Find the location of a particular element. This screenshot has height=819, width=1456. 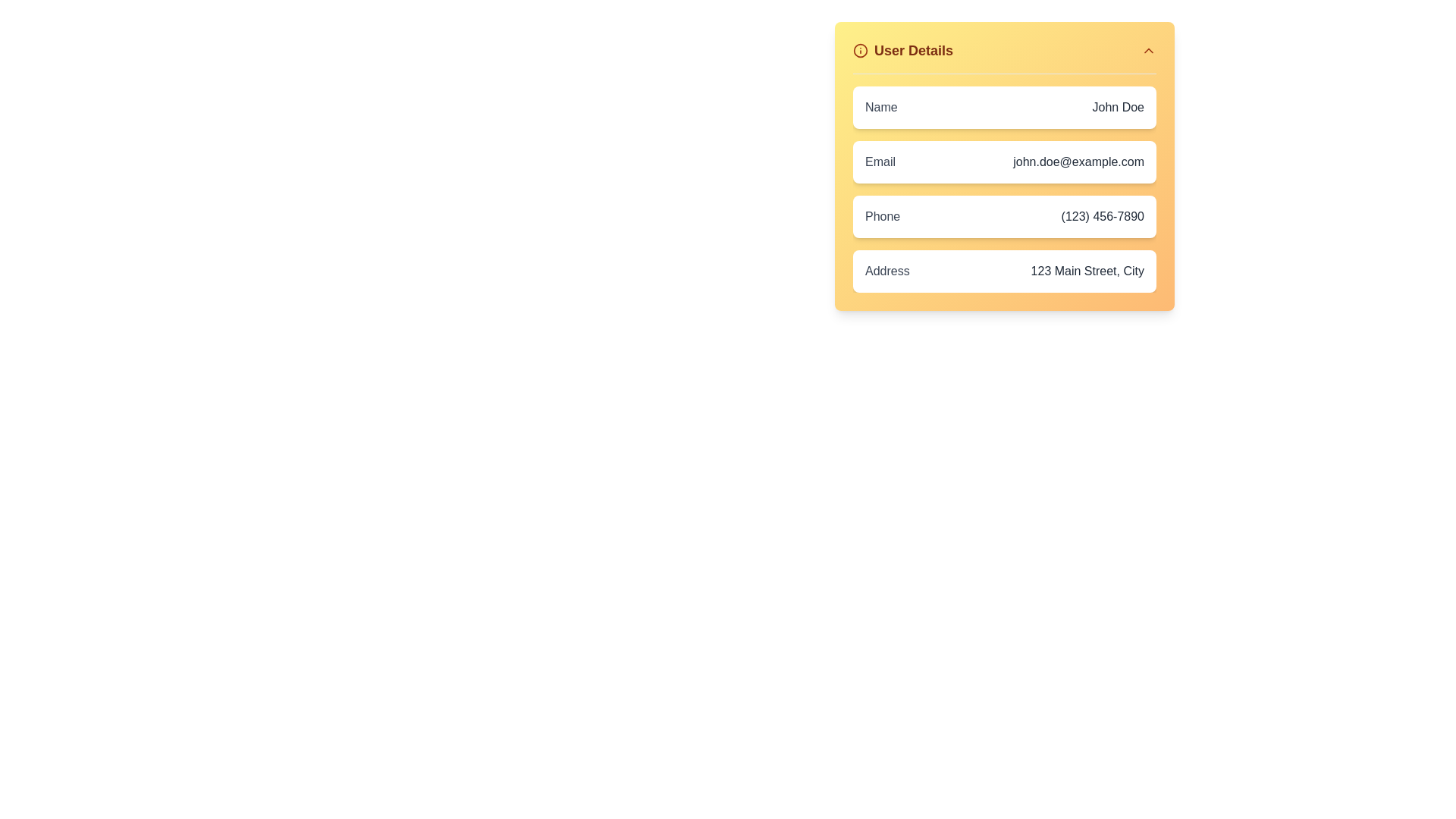

the 'Address' text label located in the bottom-left area of the 'User Details' card section is located at coordinates (887, 271).